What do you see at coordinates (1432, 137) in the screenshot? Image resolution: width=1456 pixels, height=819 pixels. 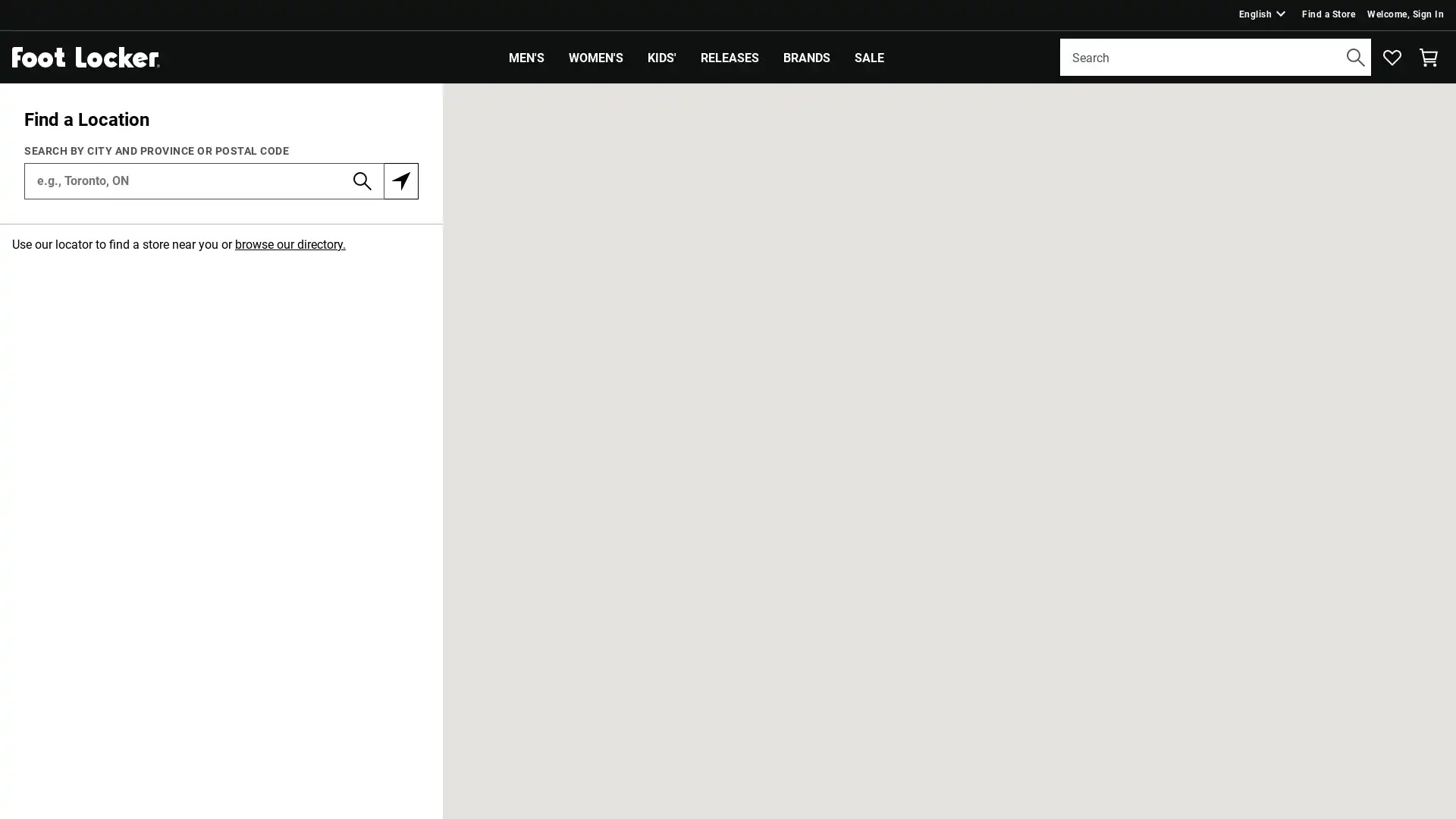 I see `Zoom out` at bounding box center [1432, 137].